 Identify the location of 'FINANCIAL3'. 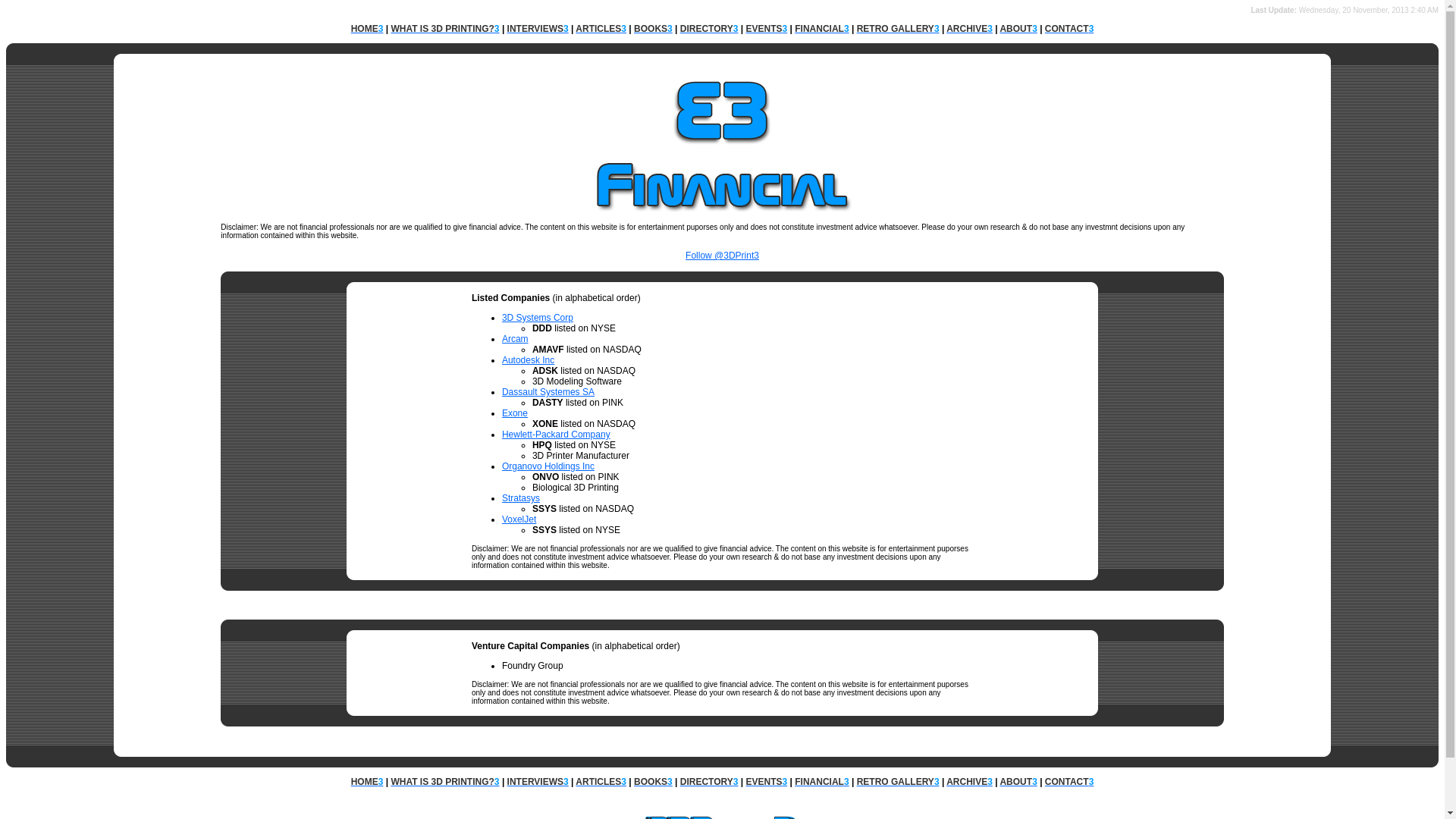
(821, 781).